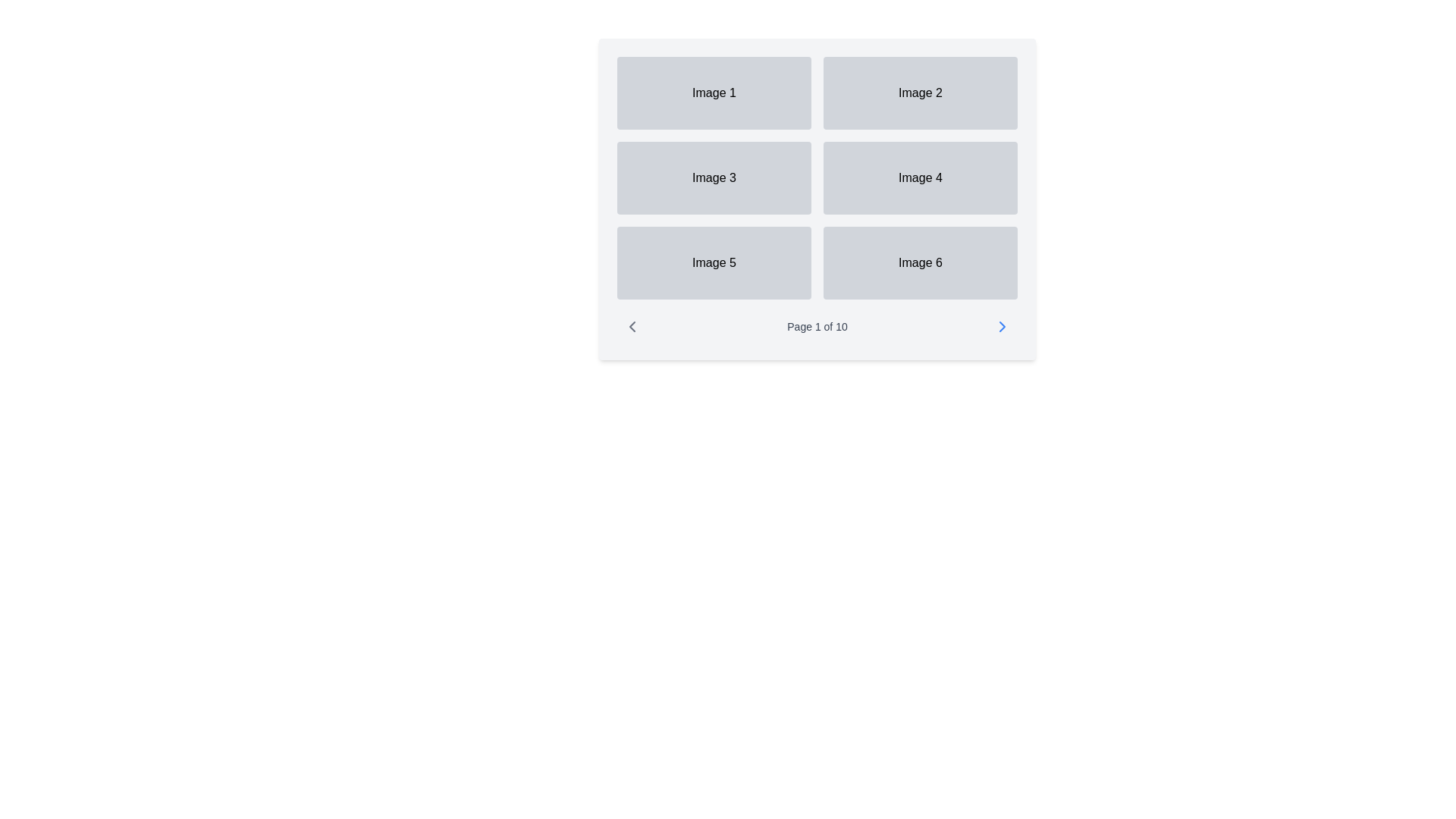 Image resolution: width=1456 pixels, height=819 pixels. Describe the element at coordinates (920, 93) in the screenshot. I see `the static visual placeholder or label located in the grid, which is the second item in the top row, to the right of 'Image 1'` at that location.